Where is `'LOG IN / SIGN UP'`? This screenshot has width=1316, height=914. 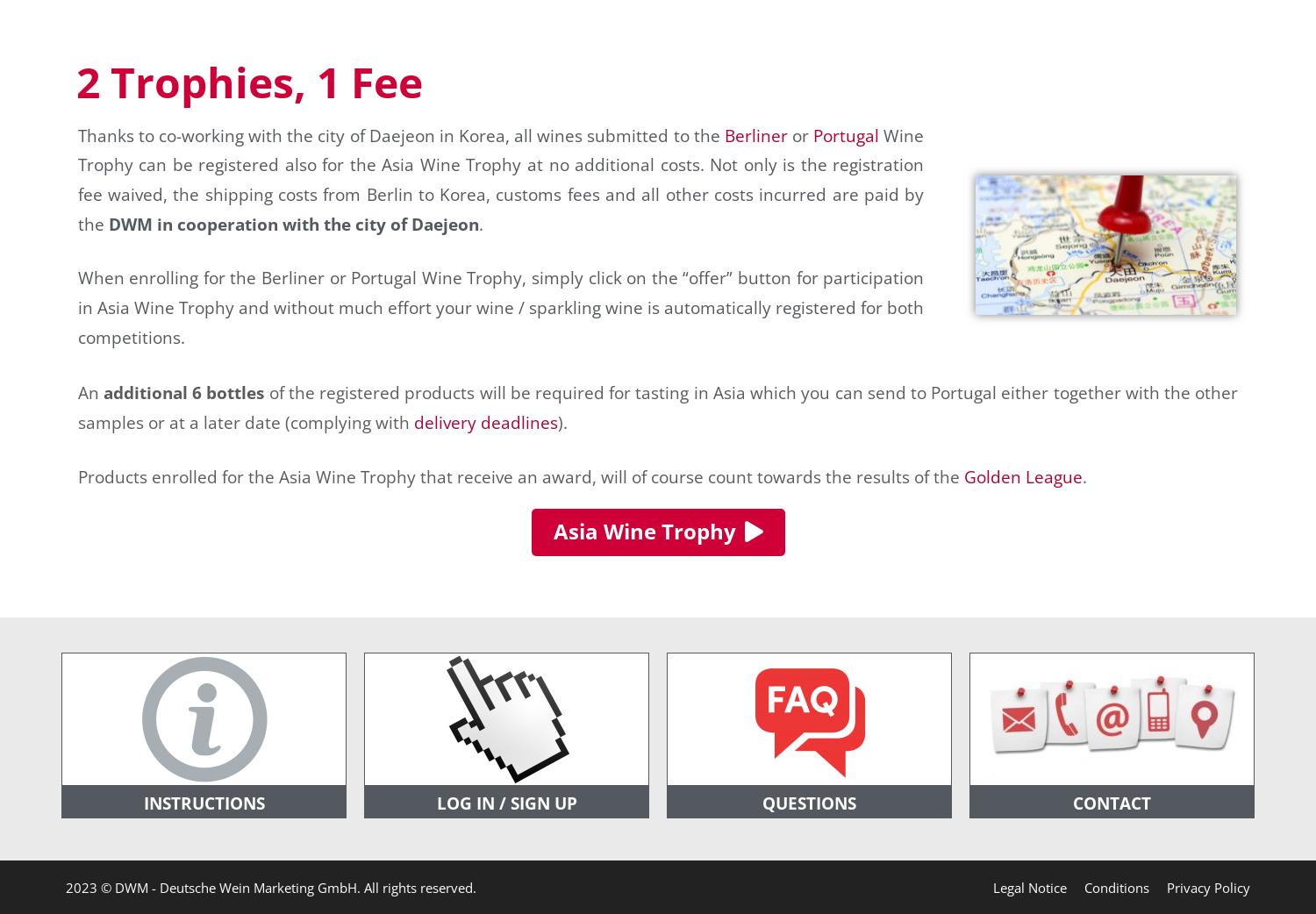 'LOG IN / SIGN UP' is located at coordinates (505, 802).